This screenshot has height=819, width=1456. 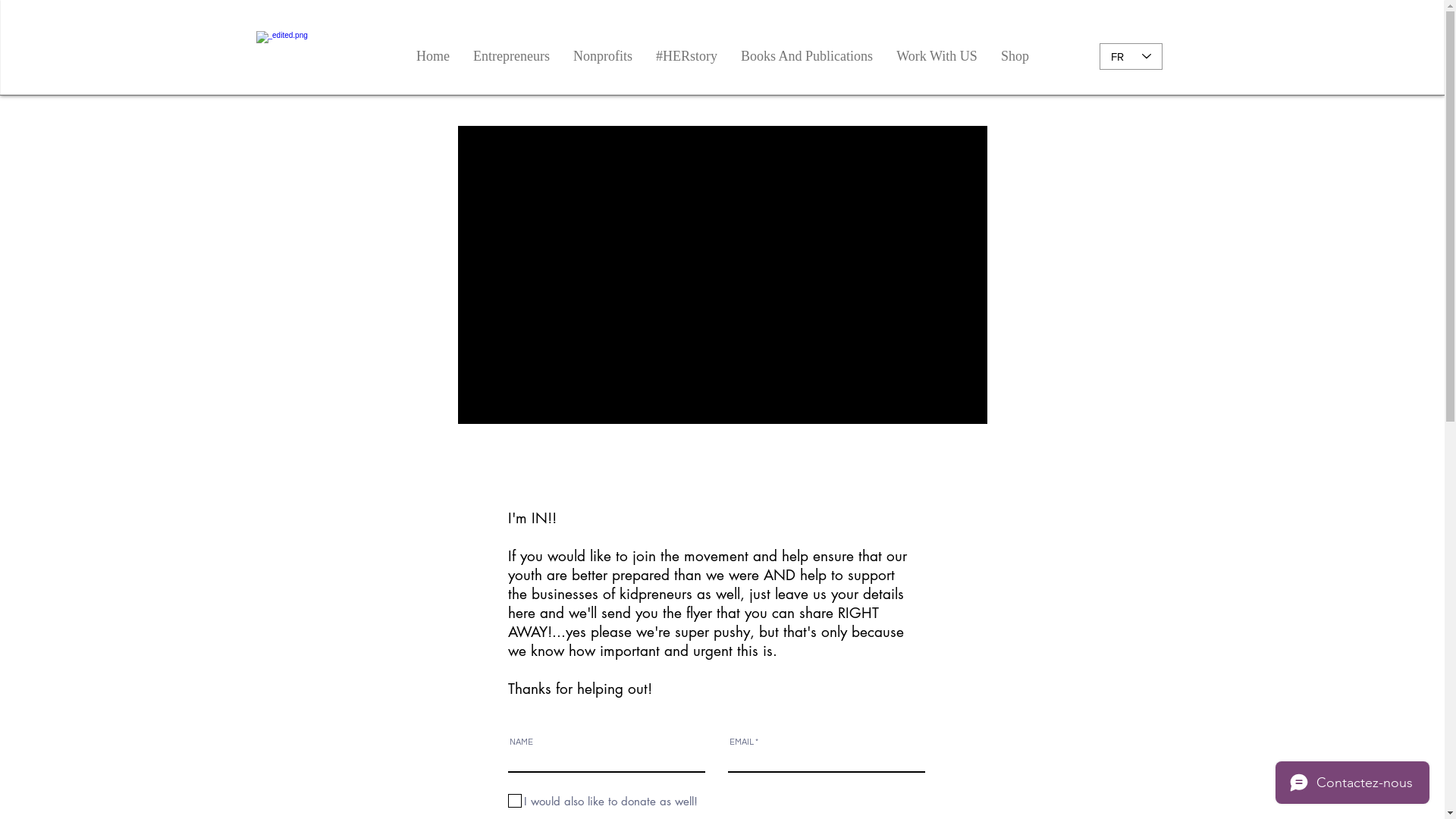 What do you see at coordinates (431, 55) in the screenshot?
I see `'Home'` at bounding box center [431, 55].